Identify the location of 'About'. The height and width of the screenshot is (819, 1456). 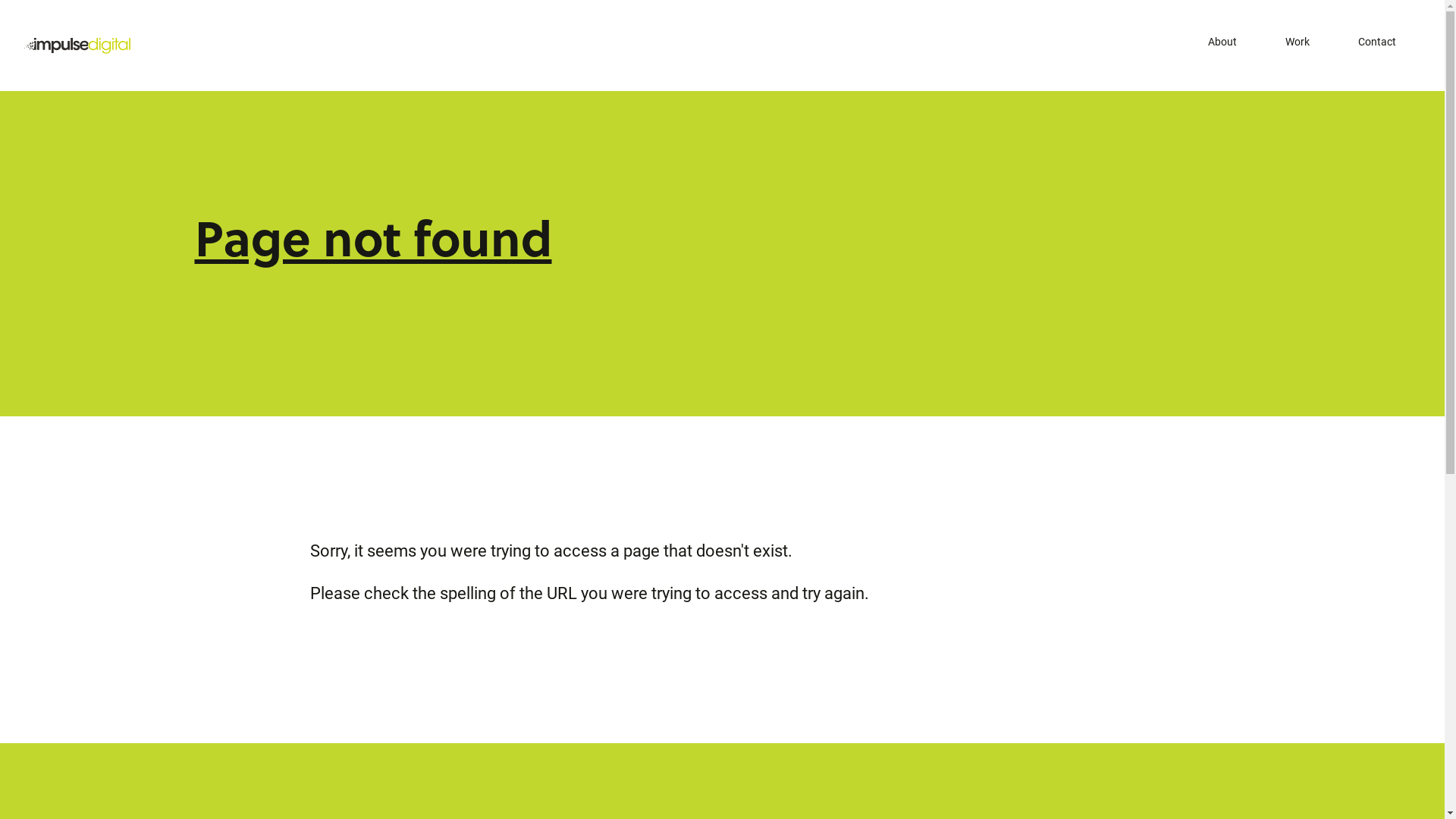
(1222, 39).